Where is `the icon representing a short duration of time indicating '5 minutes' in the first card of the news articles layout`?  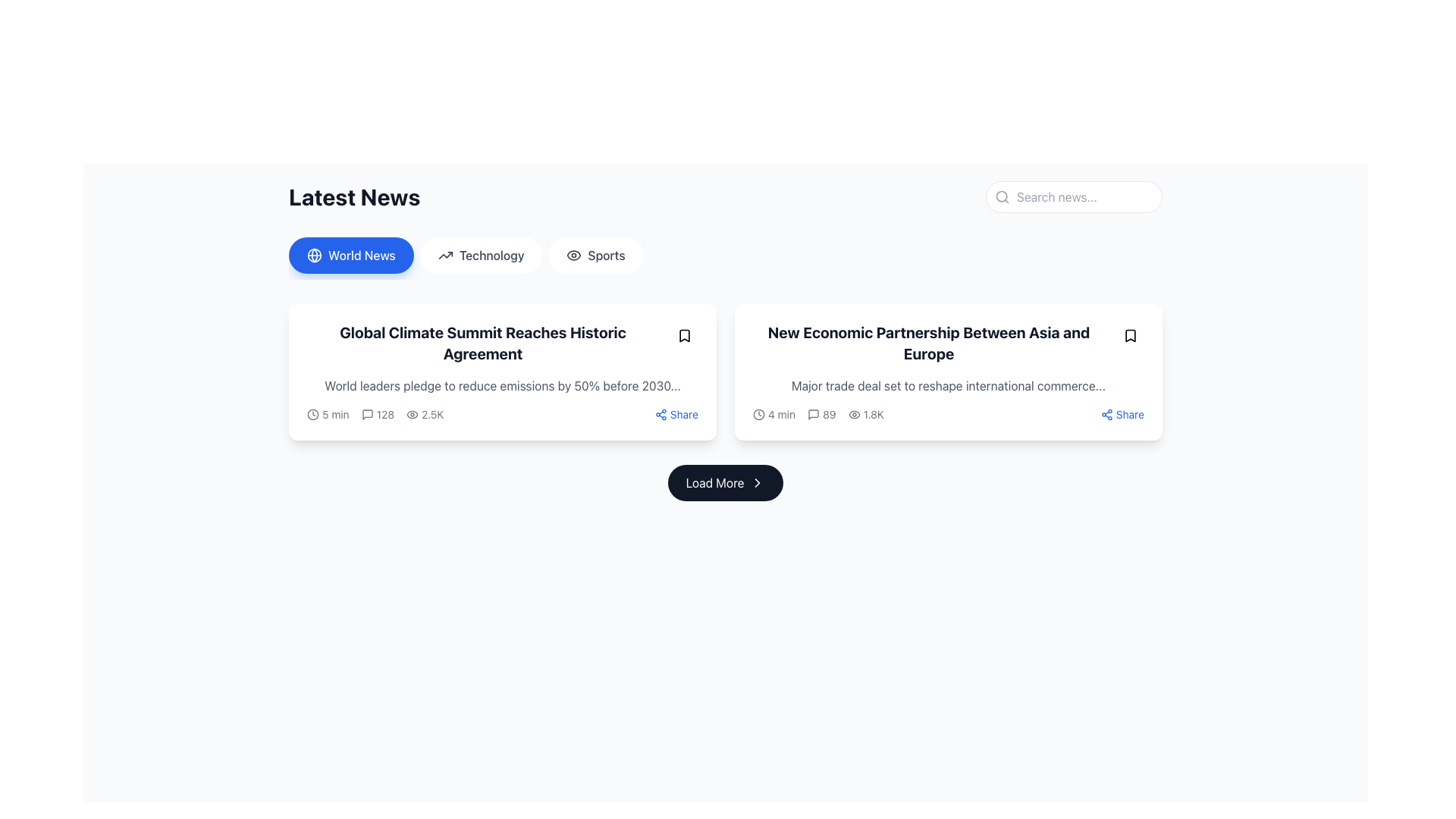 the icon representing a short duration of time indicating '5 minutes' in the first card of the news articles layout is located at coordinates (312, 415).